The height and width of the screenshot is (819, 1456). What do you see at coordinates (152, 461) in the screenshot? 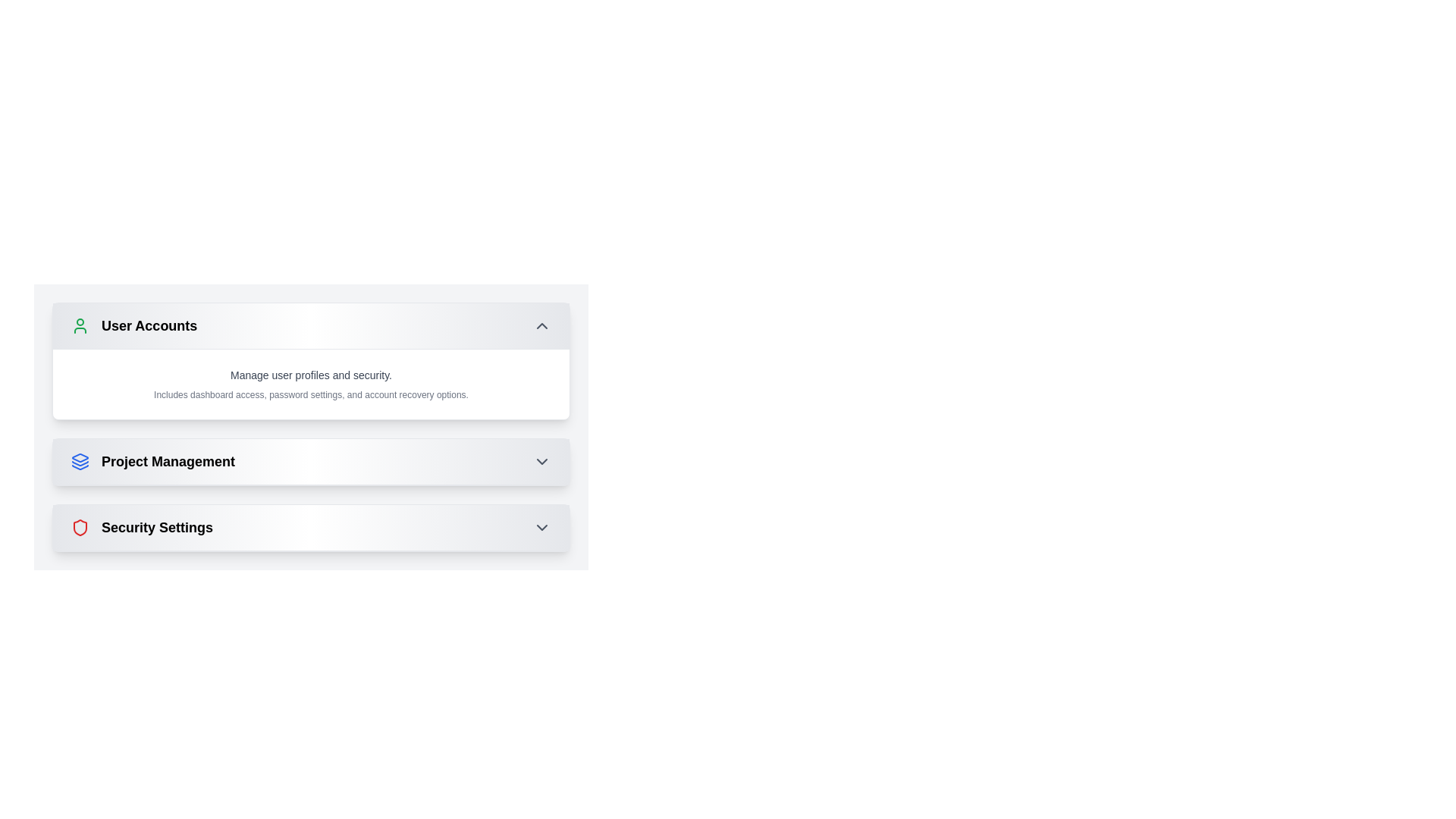
I see `text of the bold label 'Project Management' which is styled with a larger font size and black color, located in the middle of the vertical list of sections` at bounding box center [152, 461].